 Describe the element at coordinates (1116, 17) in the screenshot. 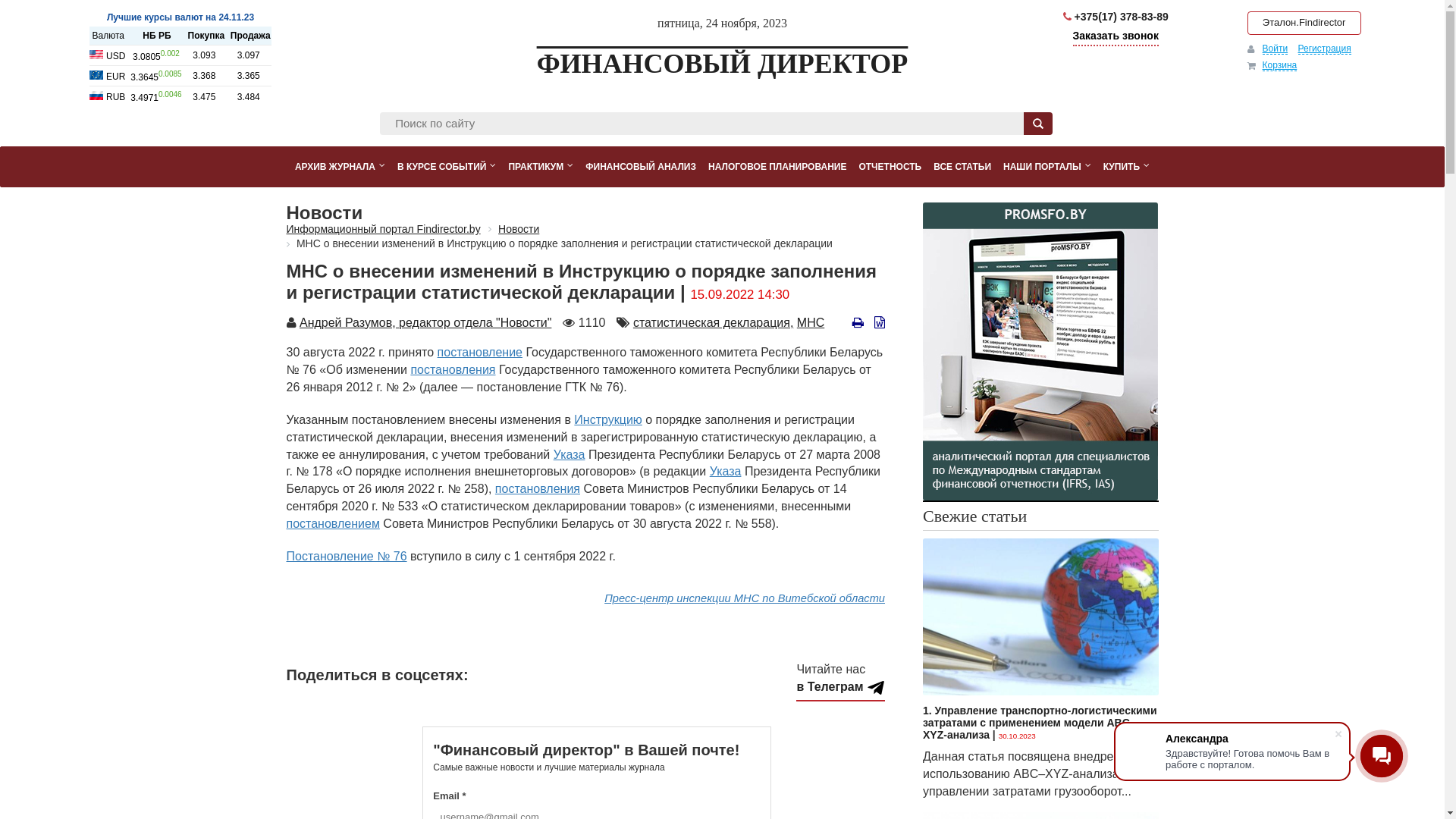

I see `'+375(17) 378-83-89'` at that location.